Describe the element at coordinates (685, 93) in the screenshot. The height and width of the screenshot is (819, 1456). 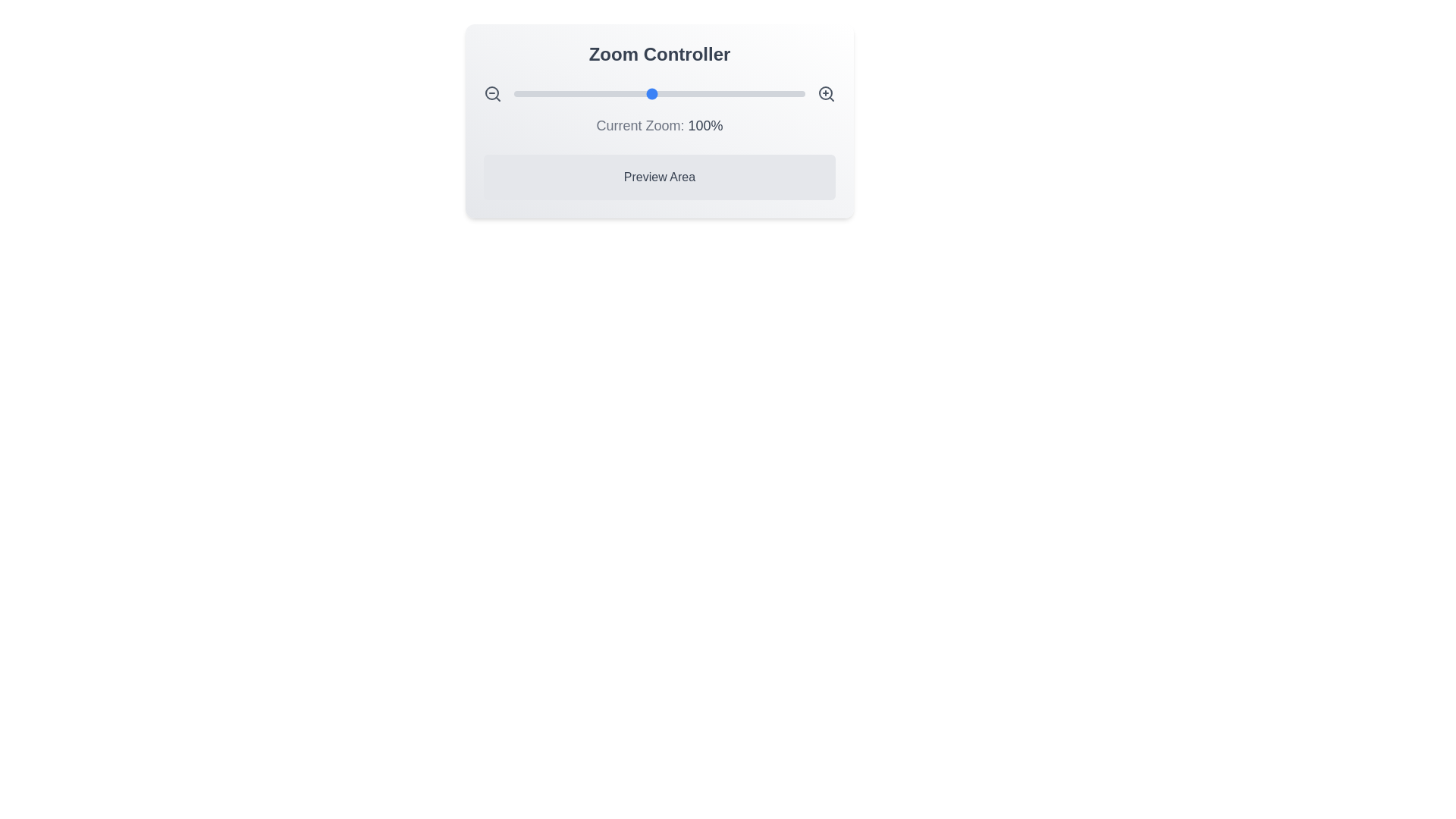
I see `the zoom slider to set the zoom level to 122` at that location.